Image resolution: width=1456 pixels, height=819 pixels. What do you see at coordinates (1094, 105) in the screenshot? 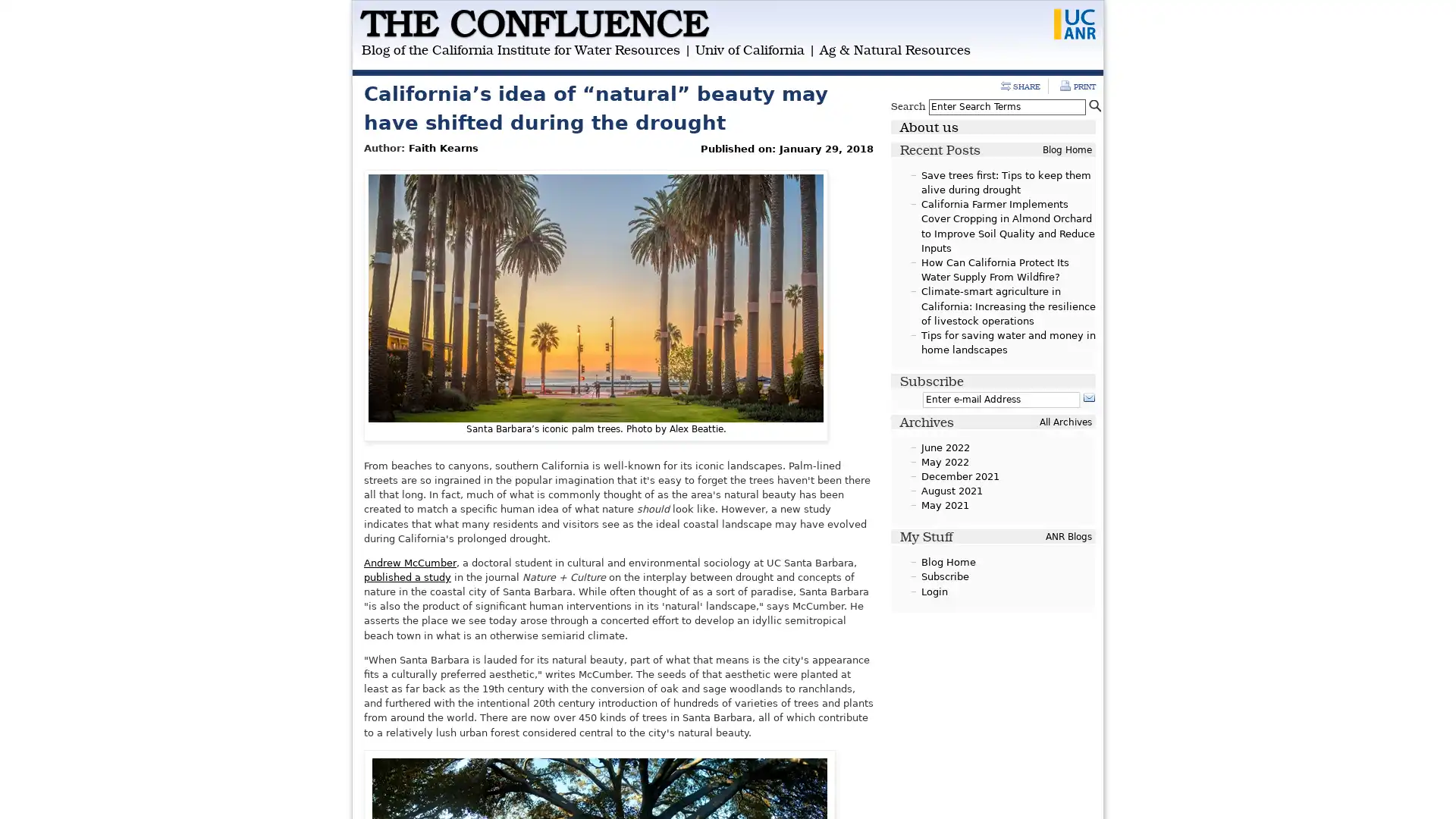
I see `Search` at bounding box center [1094, 105].